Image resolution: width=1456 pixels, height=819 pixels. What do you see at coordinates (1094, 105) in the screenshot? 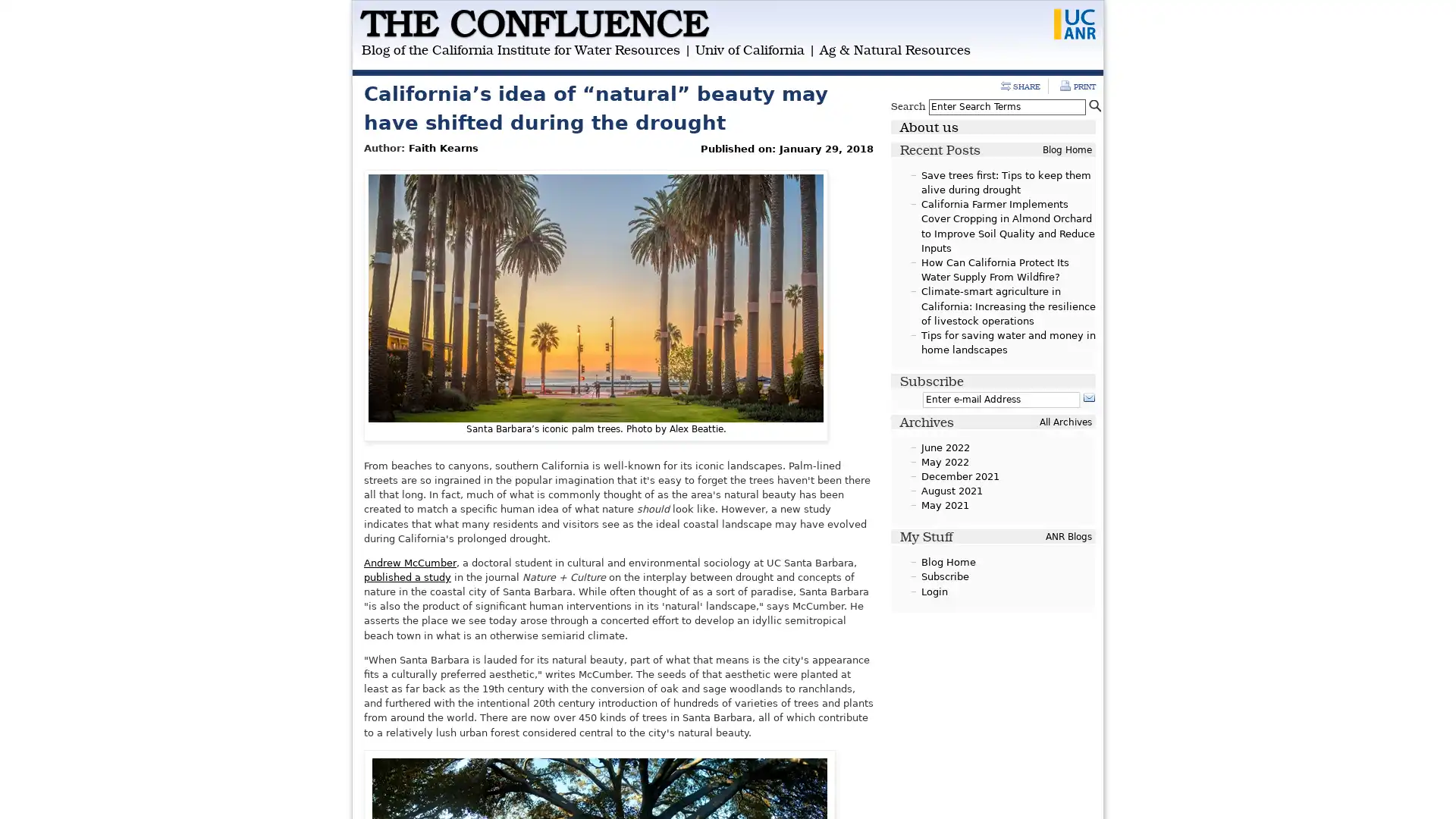
I see `Search` at bounding box center [1094, 105].